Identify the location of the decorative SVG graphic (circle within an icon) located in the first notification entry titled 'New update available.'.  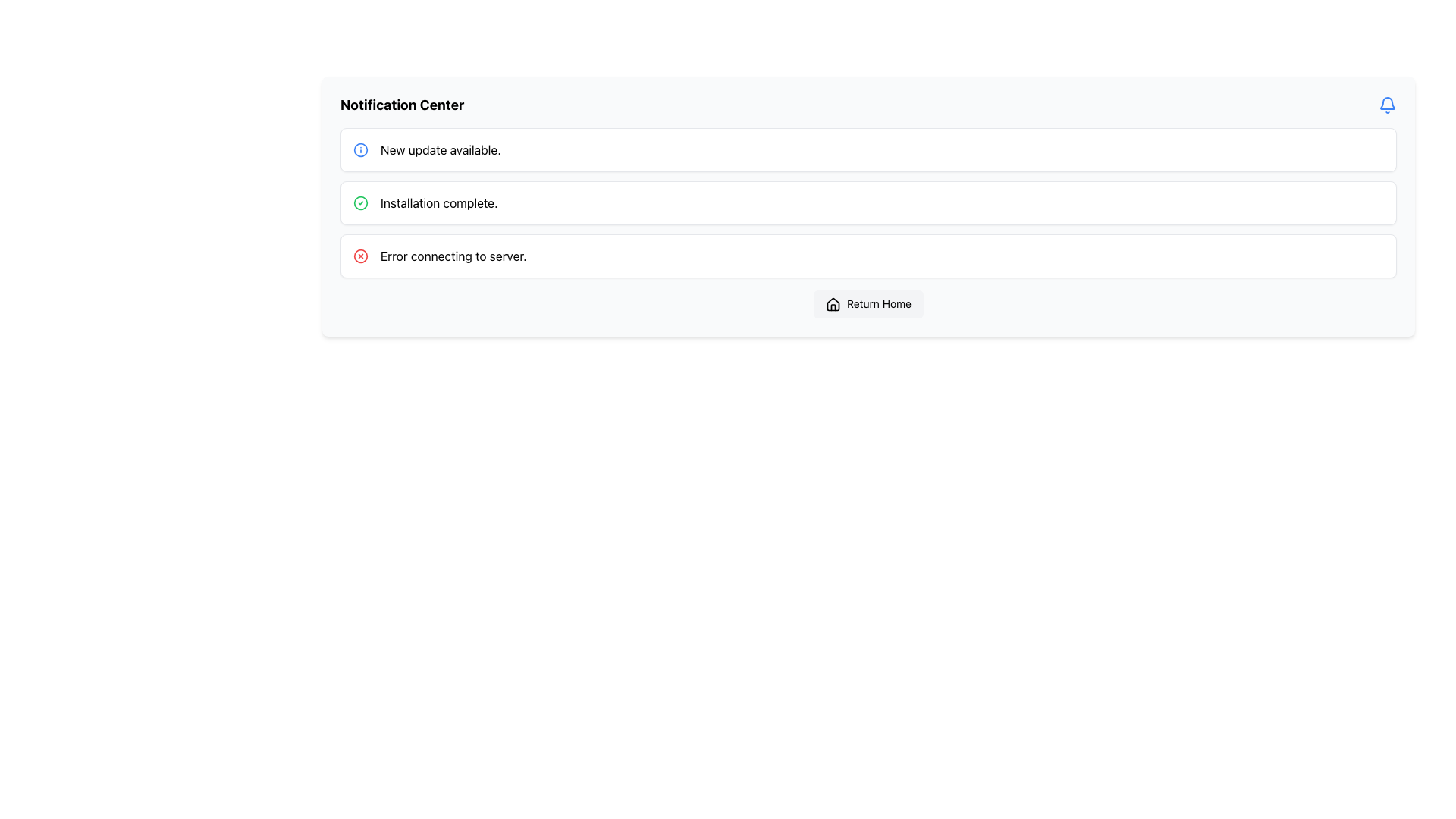
(359, 149).